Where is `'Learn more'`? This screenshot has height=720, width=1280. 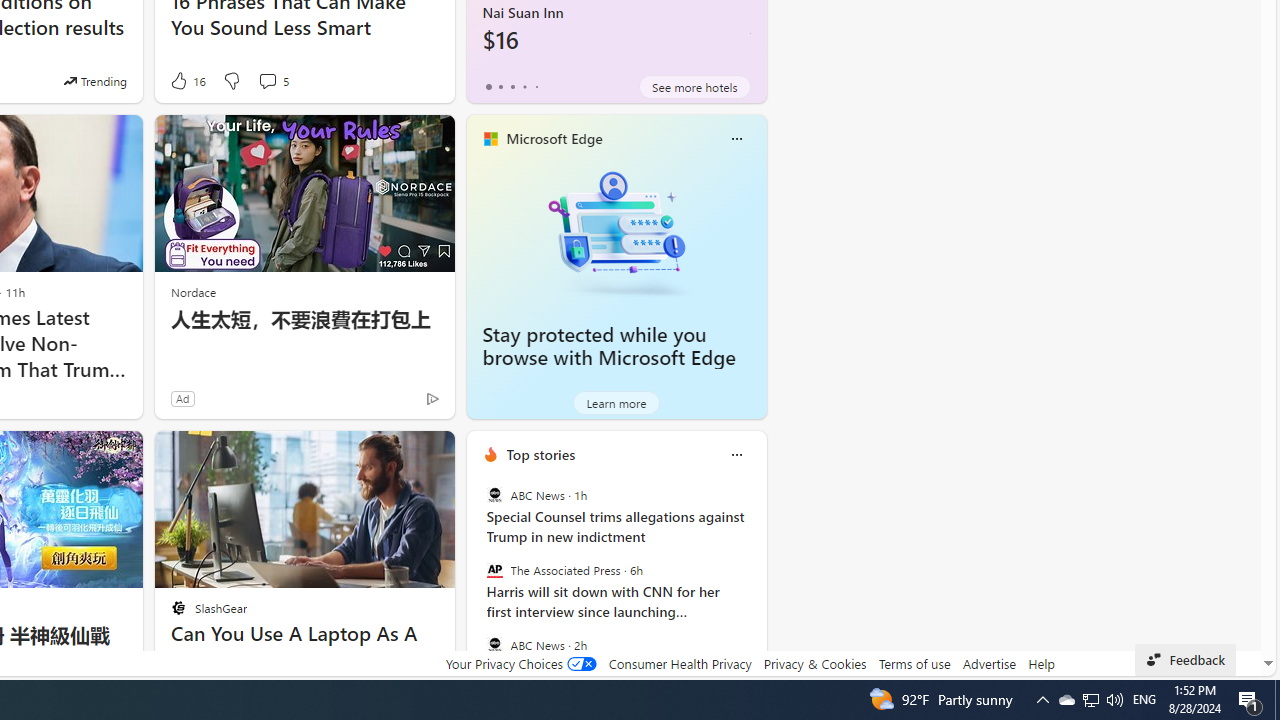 'Learn more' is located at coordinates (615, 402).